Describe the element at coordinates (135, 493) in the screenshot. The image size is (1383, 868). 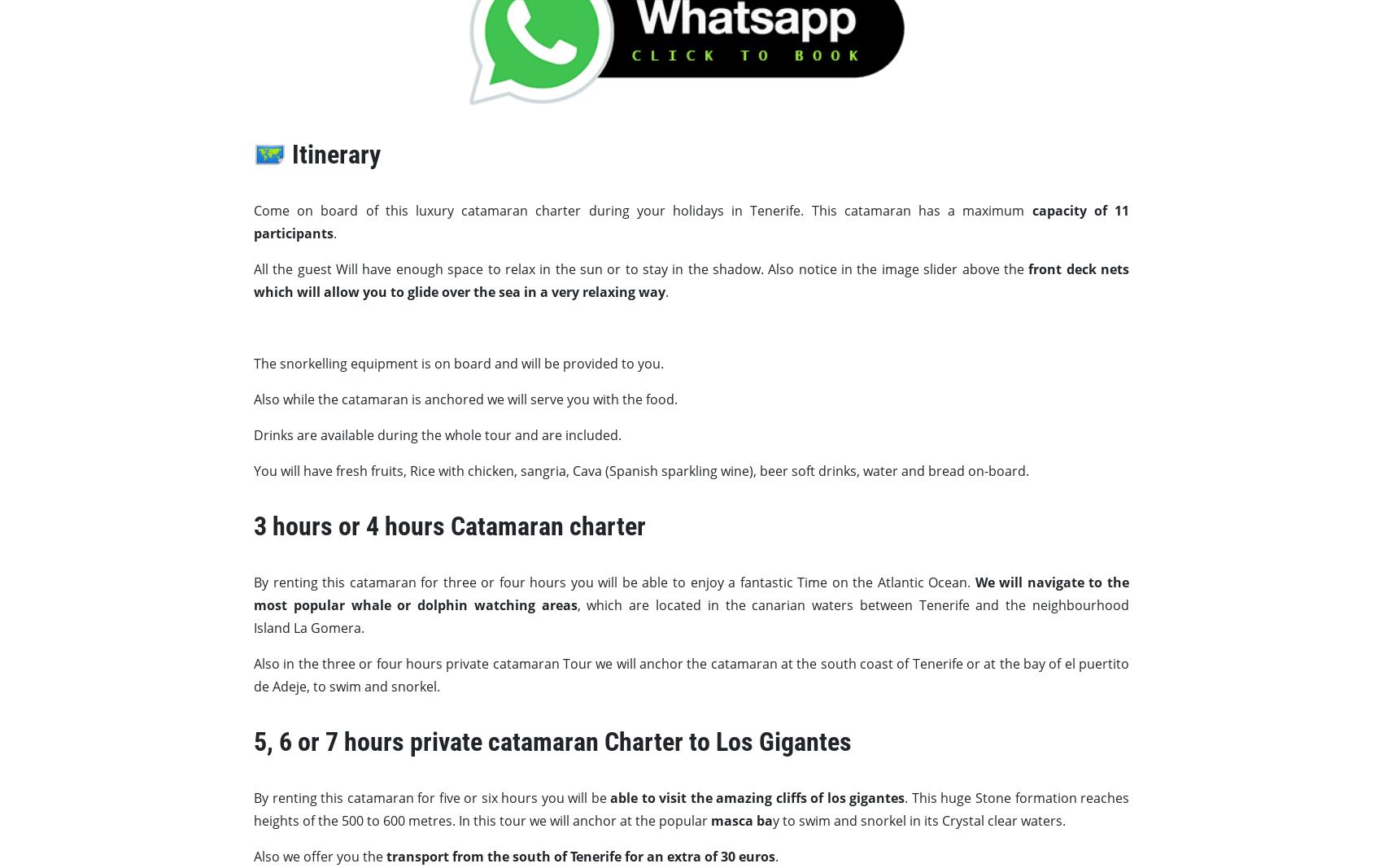
I see `'info@bananapalmbay.com'` at that location.